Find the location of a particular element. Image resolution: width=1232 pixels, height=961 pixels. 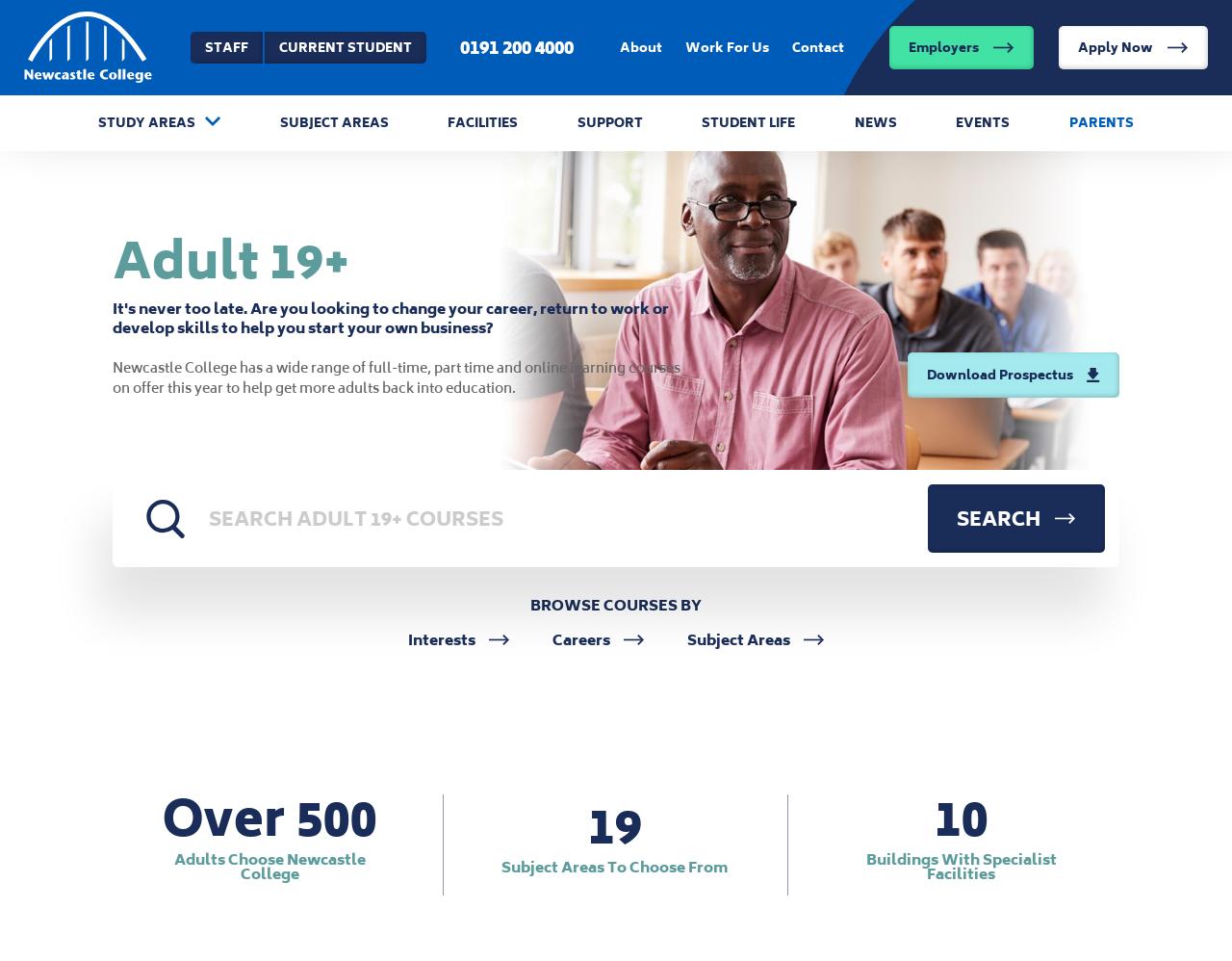

'Apply now' is located at coordinates (1090, 161).